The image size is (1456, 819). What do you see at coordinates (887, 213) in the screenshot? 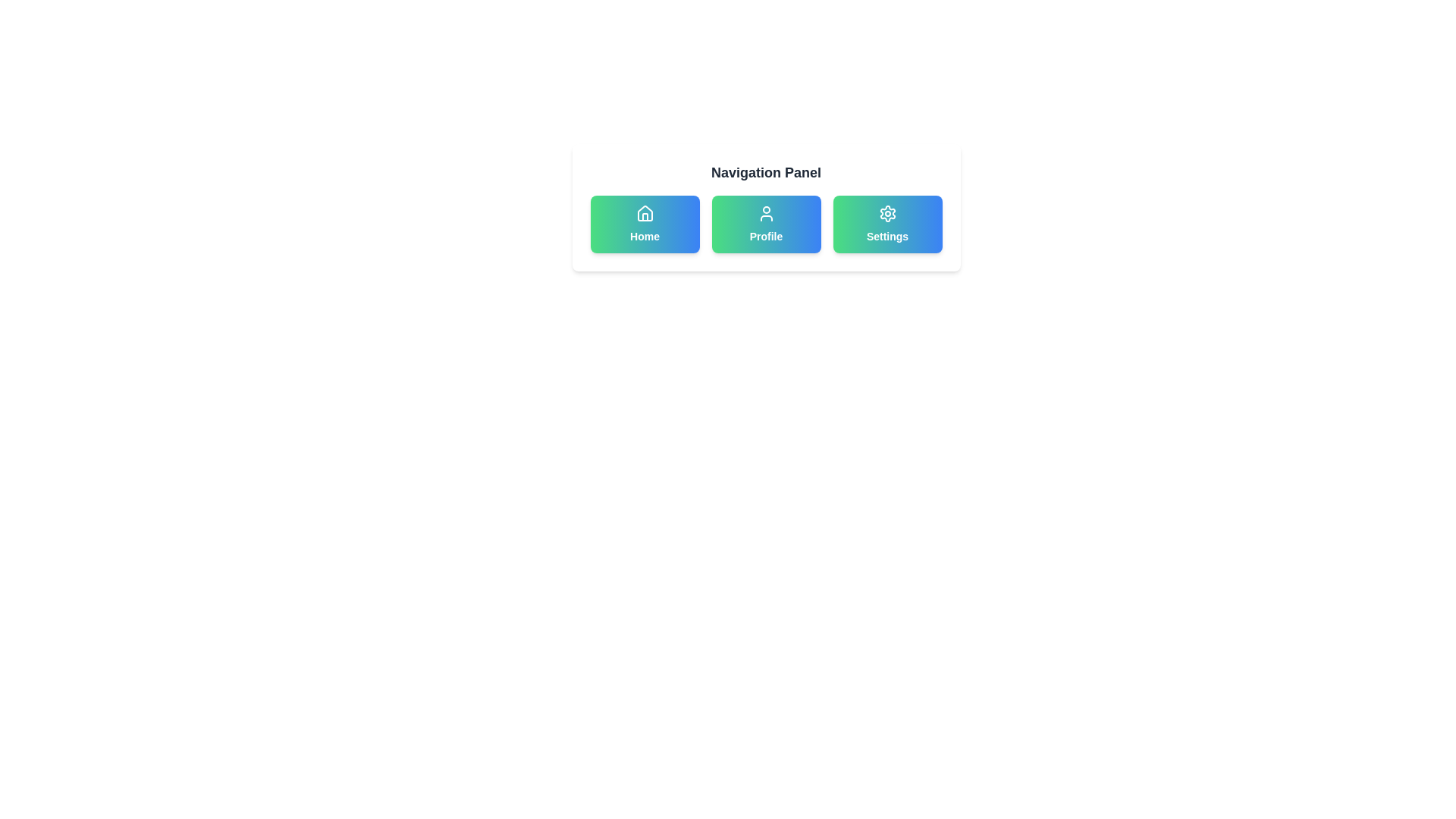
I see `the 'Settings' icon located at the top of the 'Settings' button in the navigation panel` at bounding box center [887, 213].